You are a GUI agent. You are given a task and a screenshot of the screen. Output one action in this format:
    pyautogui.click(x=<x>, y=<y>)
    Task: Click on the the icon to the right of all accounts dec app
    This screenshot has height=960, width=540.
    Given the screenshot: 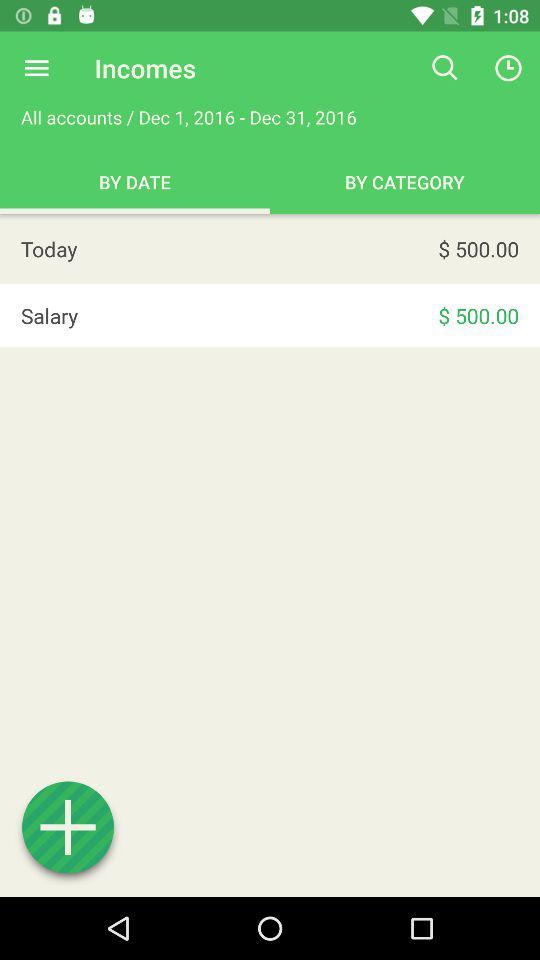 What is the action you would take?
    pyautogui.click(x=445, y=68)
    